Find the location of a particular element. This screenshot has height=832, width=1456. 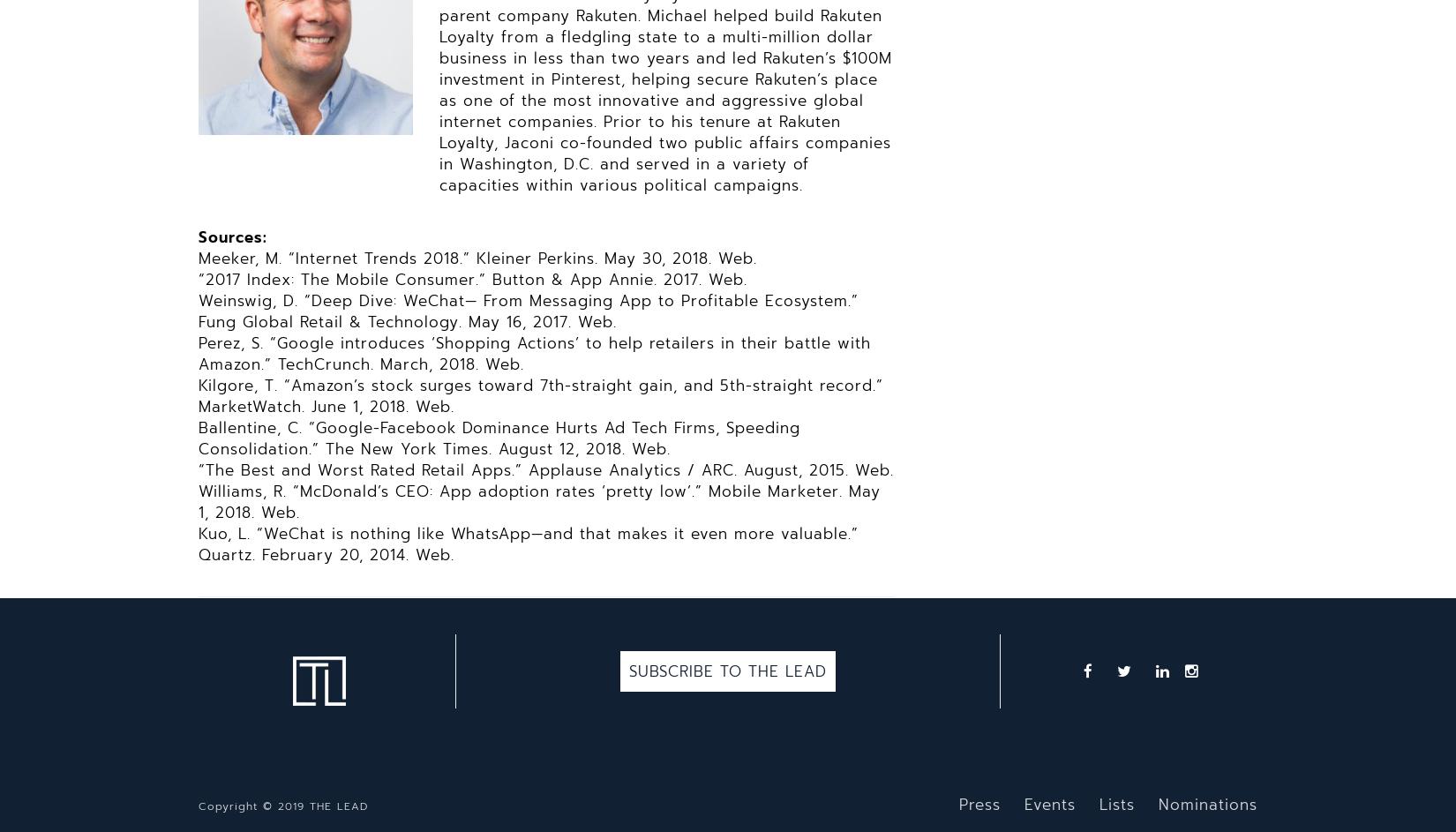

'Kilgore, T. “Amazon’s stock surges toward 7th-straight gain, and 5th-straight record.” MarketWatch. June 1, 2018. Web.' is located at coordinates (539, 395).